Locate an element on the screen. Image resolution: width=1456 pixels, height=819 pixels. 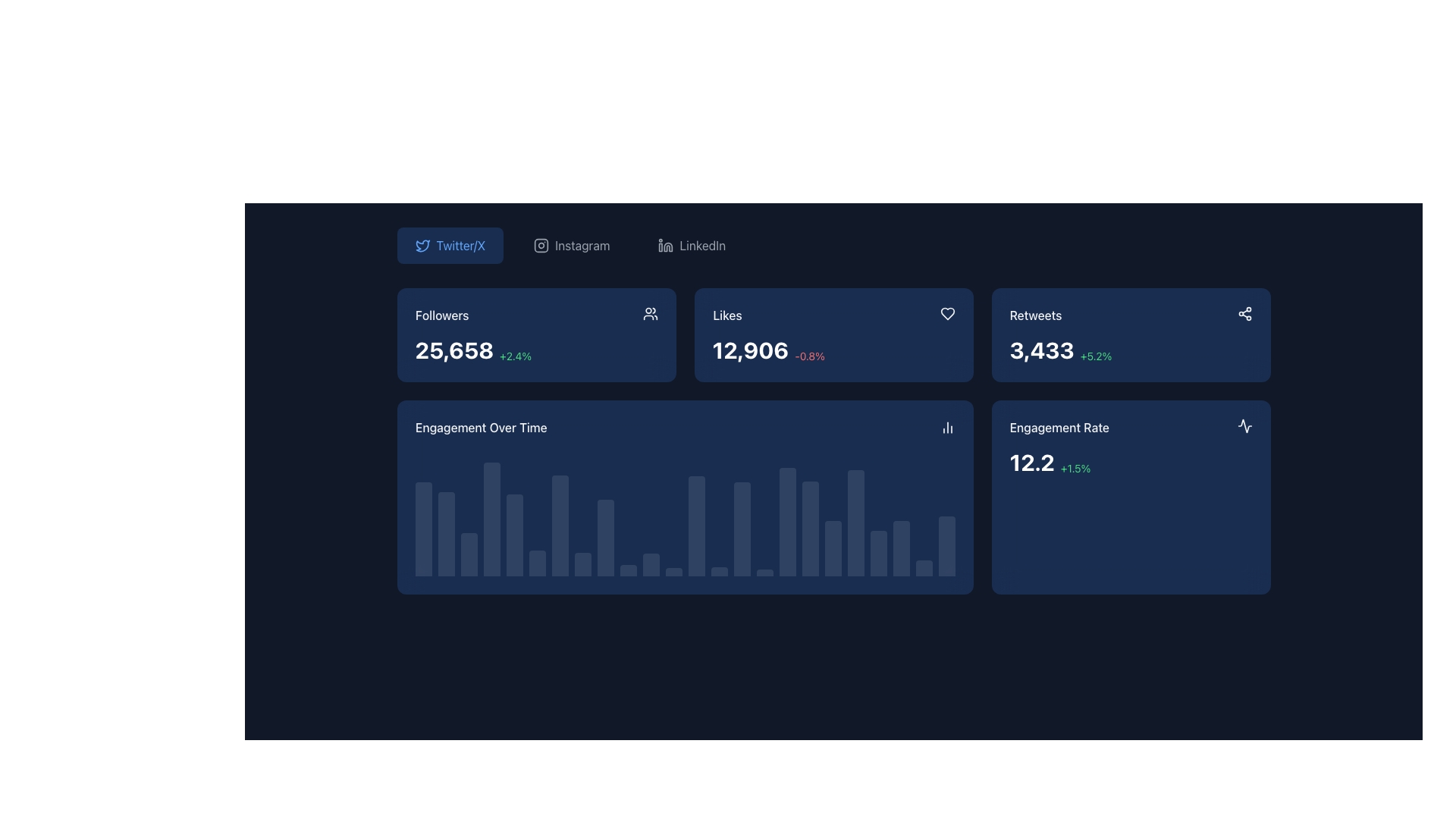
the Informational Card that displays engagement rate data, located at the bottom-right corner of the grid layout, positioned to the right of the 'Engagement Over Time' card and below the 'Retweets' card is located at coordinates (1131, 497).